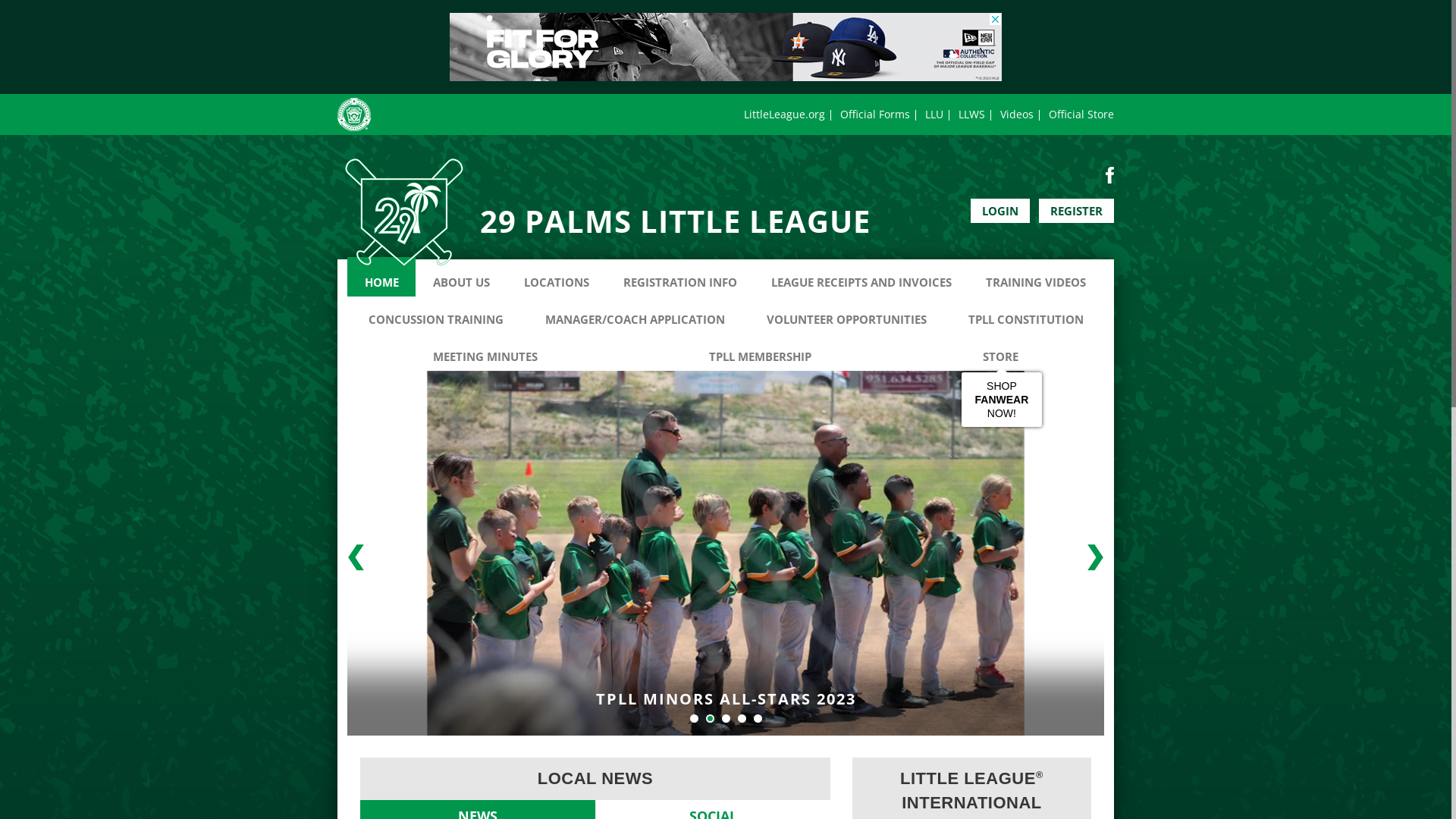 The height and width of the screenshot is (819, 1456). Describe the element at coordinates (1047, 113) in the screenshot. I see `'Official Store'` at that location.